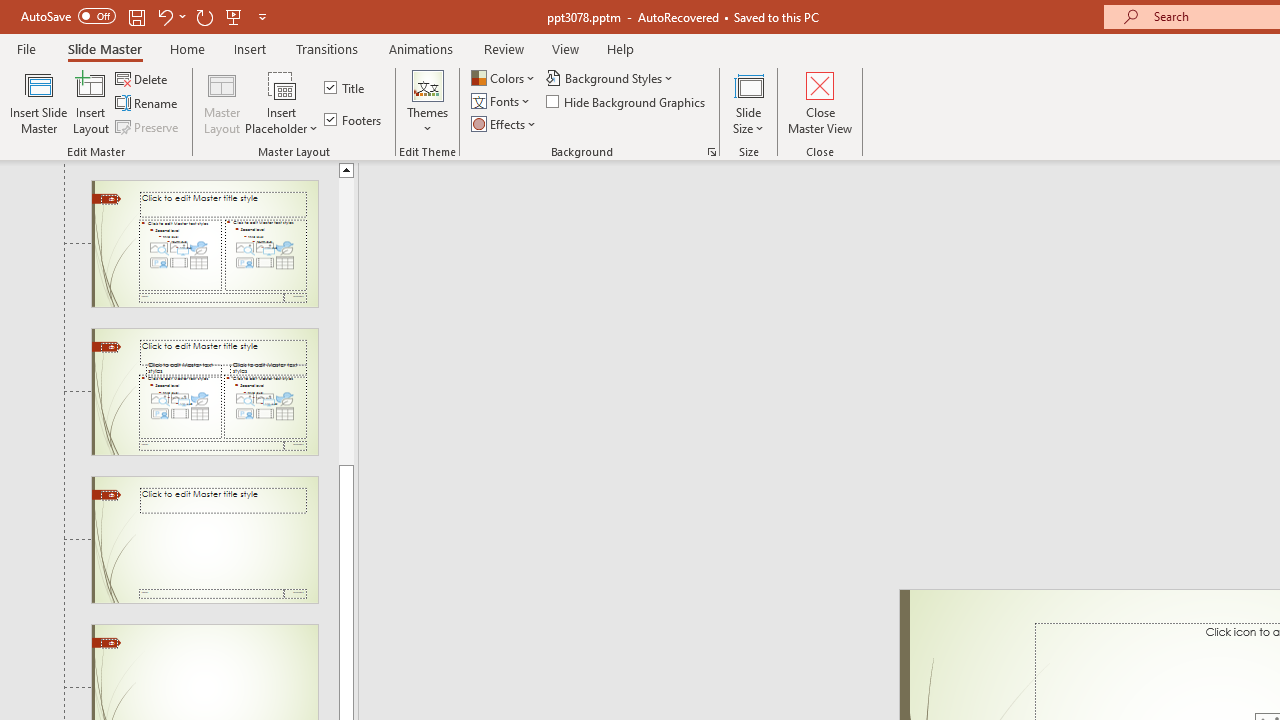 The width and height of the screenshot is (1280, 720). I want to click on 'Line up', so click(346, 168).